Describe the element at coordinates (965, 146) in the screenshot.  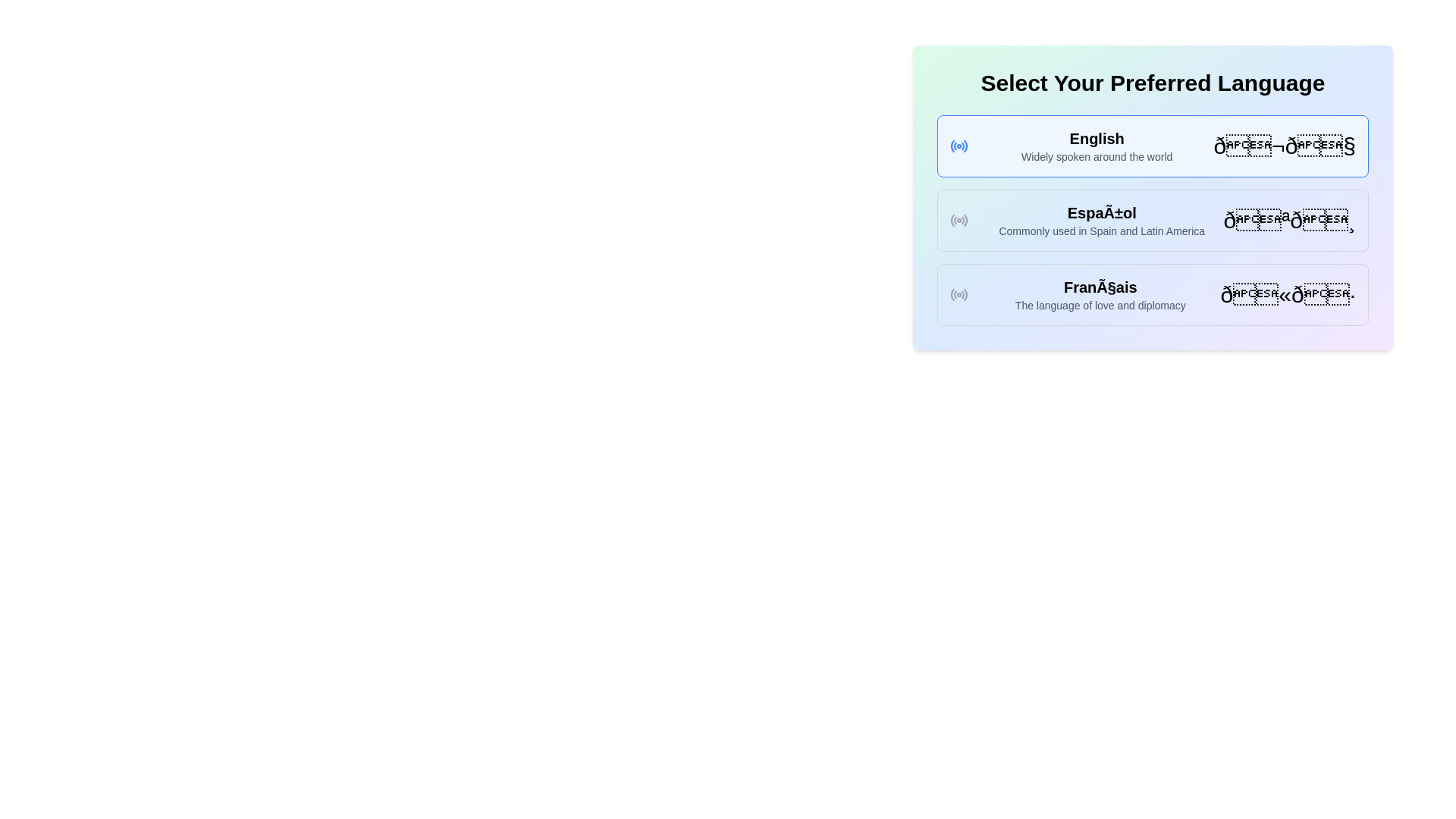
I see `the outermost arc segment of the circular icon representing the 'English' selection option` at that location.